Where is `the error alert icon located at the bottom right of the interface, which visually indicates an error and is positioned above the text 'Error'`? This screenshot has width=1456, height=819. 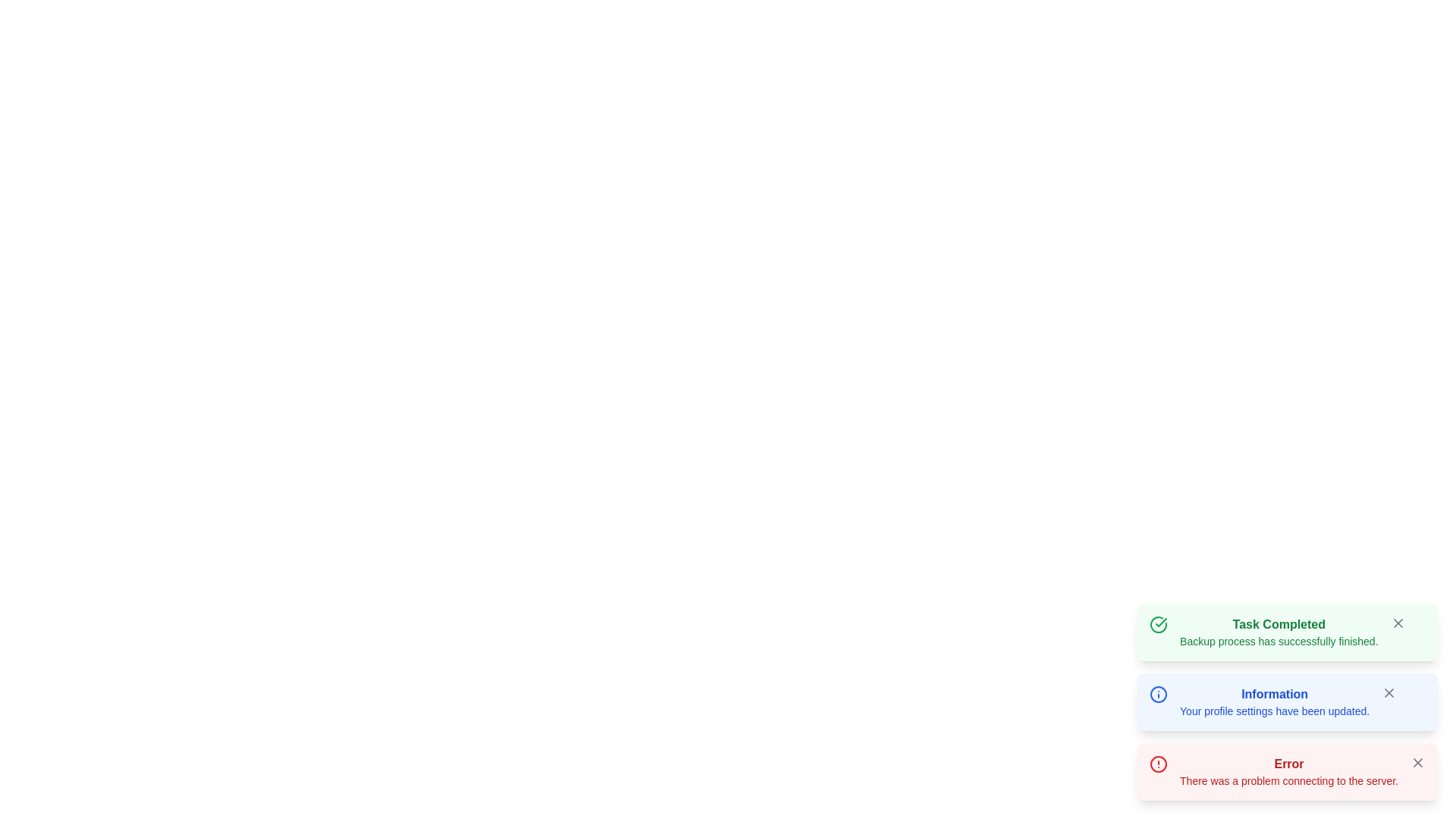 the error alert icon located at the bottom right of the interface, which visually indicates an error and is positioned above the text 'Error' is located at coordinates (1158, 764).